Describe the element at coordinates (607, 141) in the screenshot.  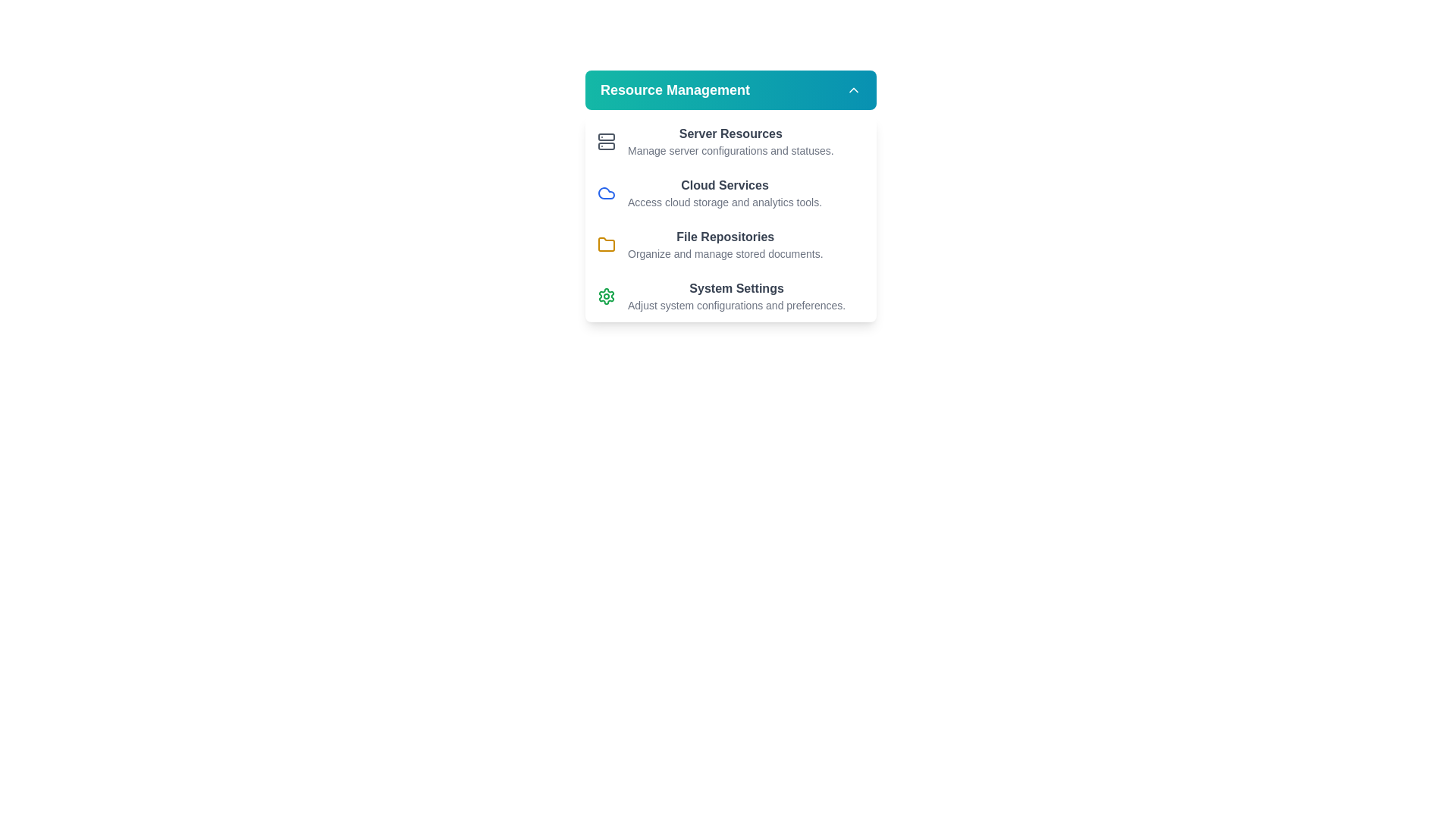
I see `the visual indicator icon for the 'Server Resources' menu option located in the 'Resource Management' panel` at that location.